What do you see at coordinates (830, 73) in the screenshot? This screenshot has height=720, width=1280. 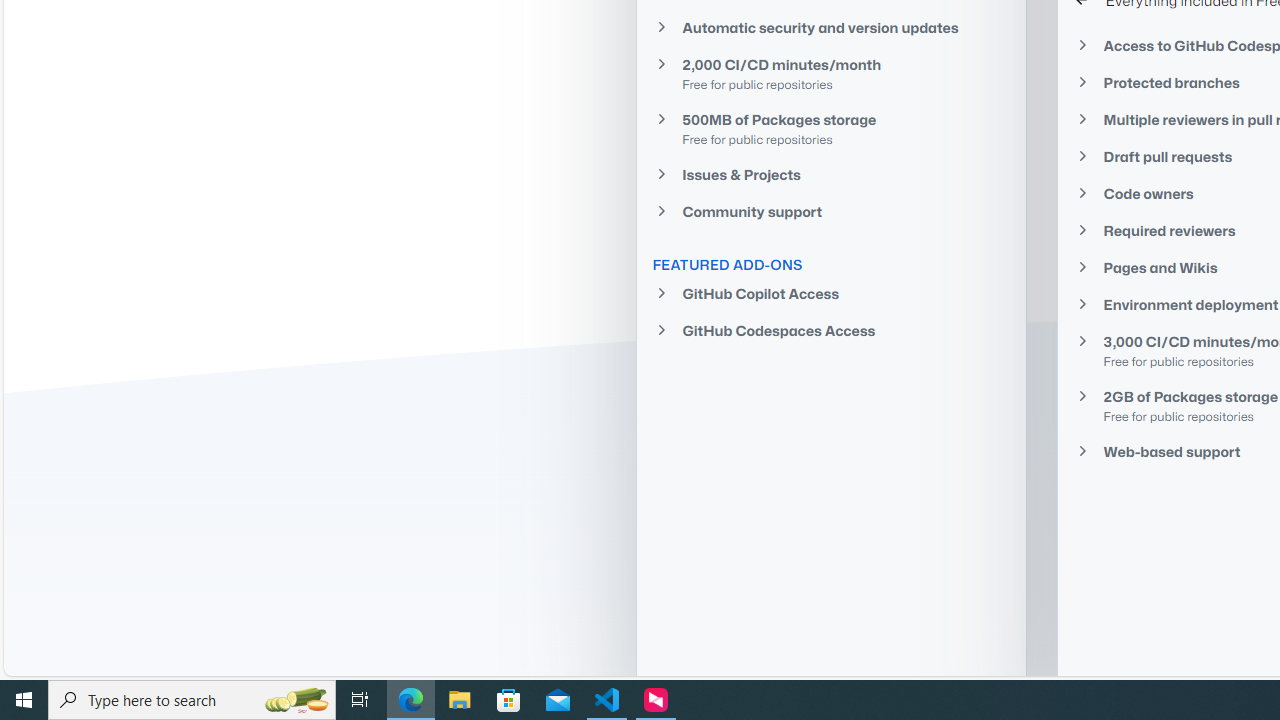 I see `'2,000 CI/CD minutes/month Free for public repositories'` at bounding box center [830, 73].